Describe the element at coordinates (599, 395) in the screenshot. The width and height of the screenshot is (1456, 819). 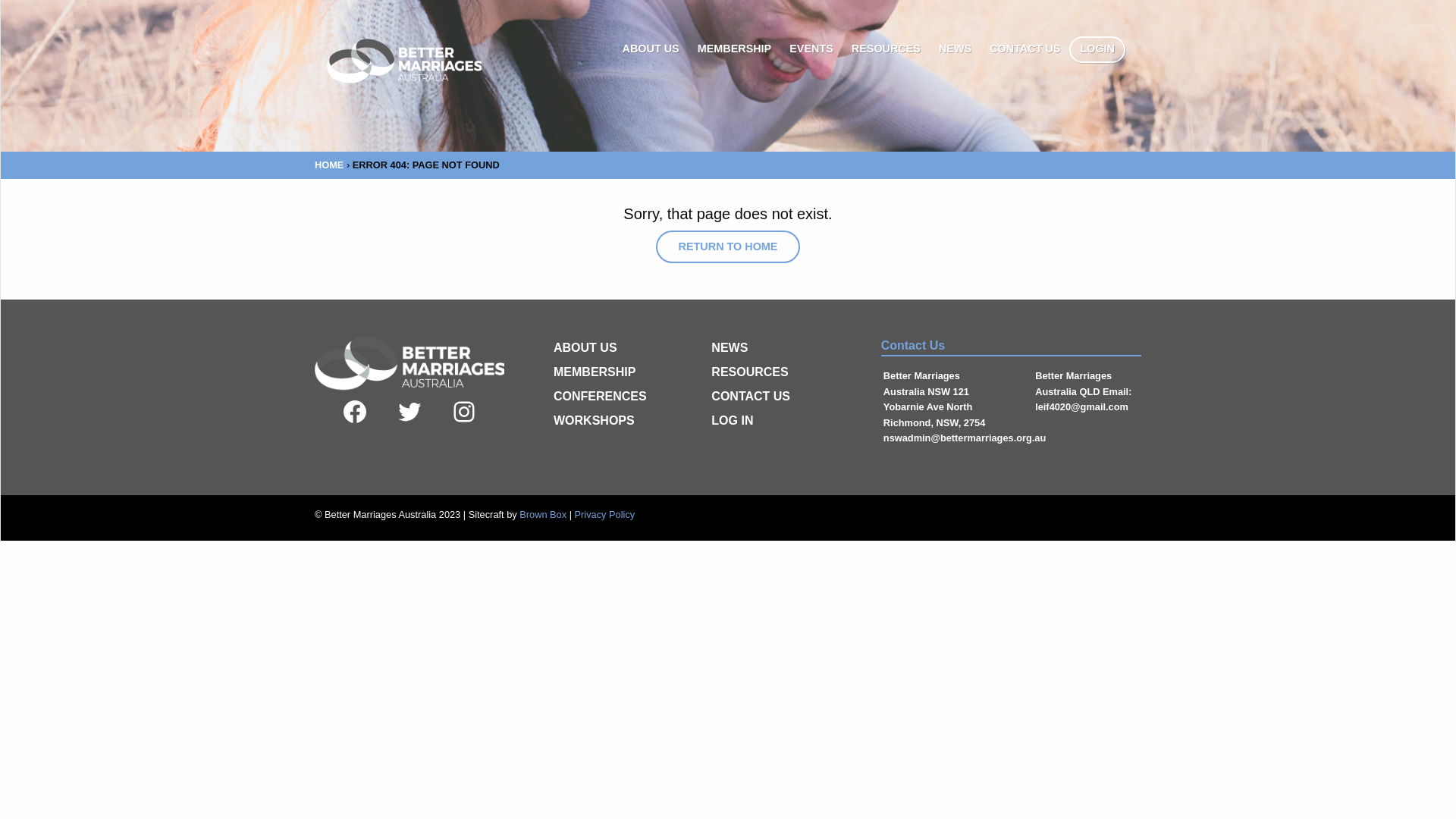
I see `'CONFERENCES'` at that location.